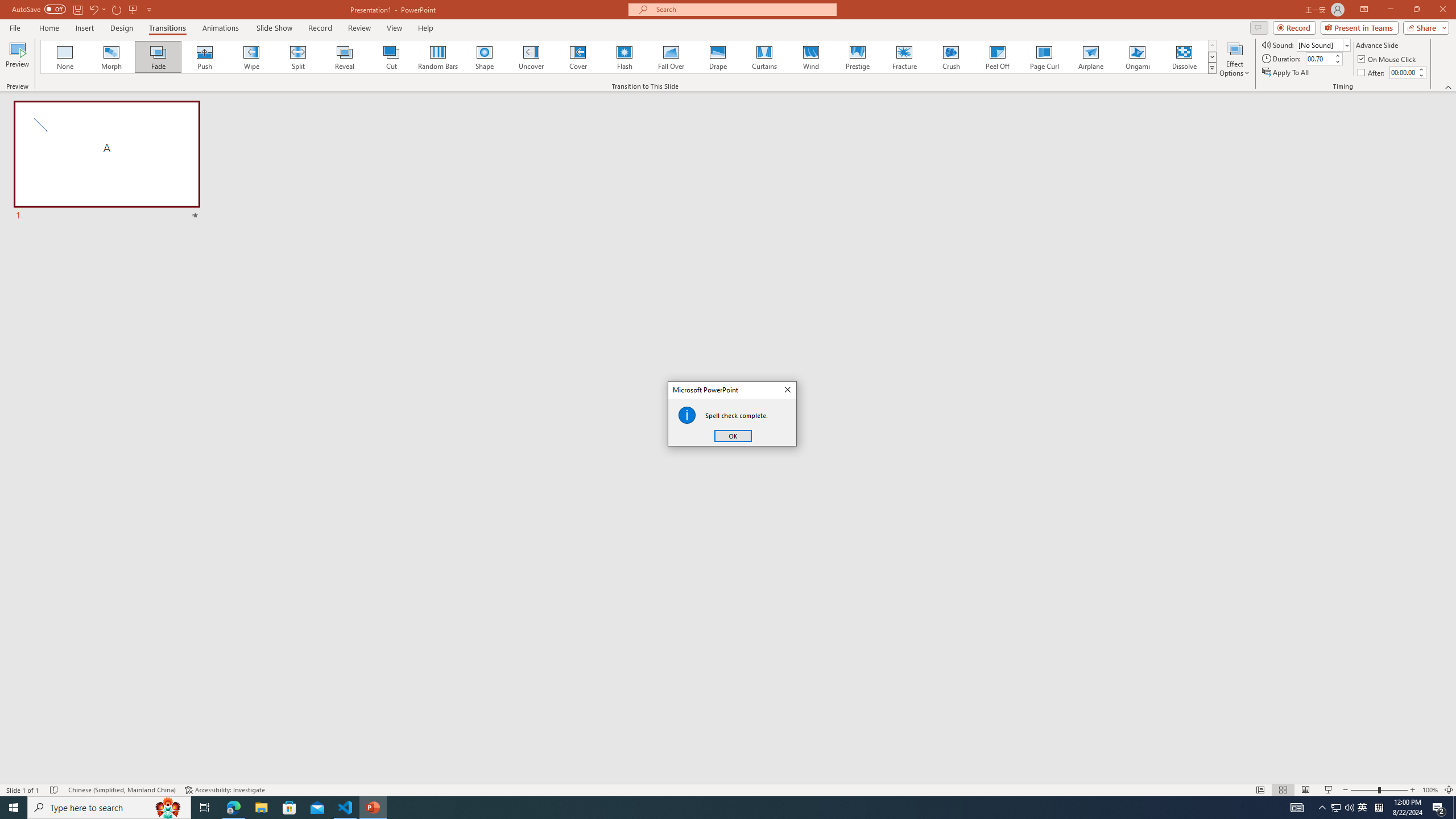  What do you see at coordinates (345, 56) in the screenshot?
I see `'Reveal'` at bounding box center [345, 56].